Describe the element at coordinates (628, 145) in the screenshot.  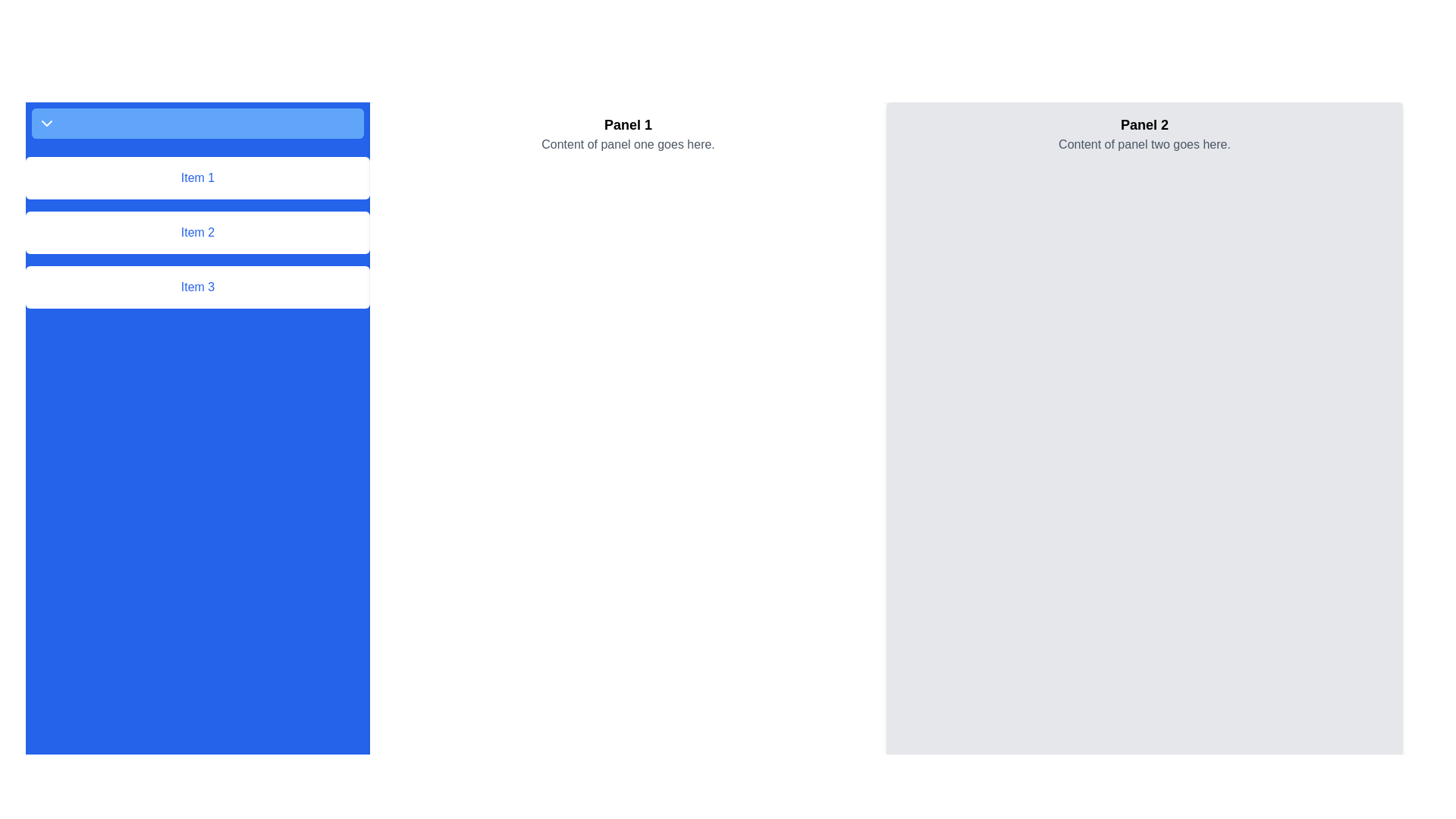
I see `the static text label reading 'Content of panel one goes here.' located under the header 'Panel 1' in the left panel of a two-panel layout` at that location.